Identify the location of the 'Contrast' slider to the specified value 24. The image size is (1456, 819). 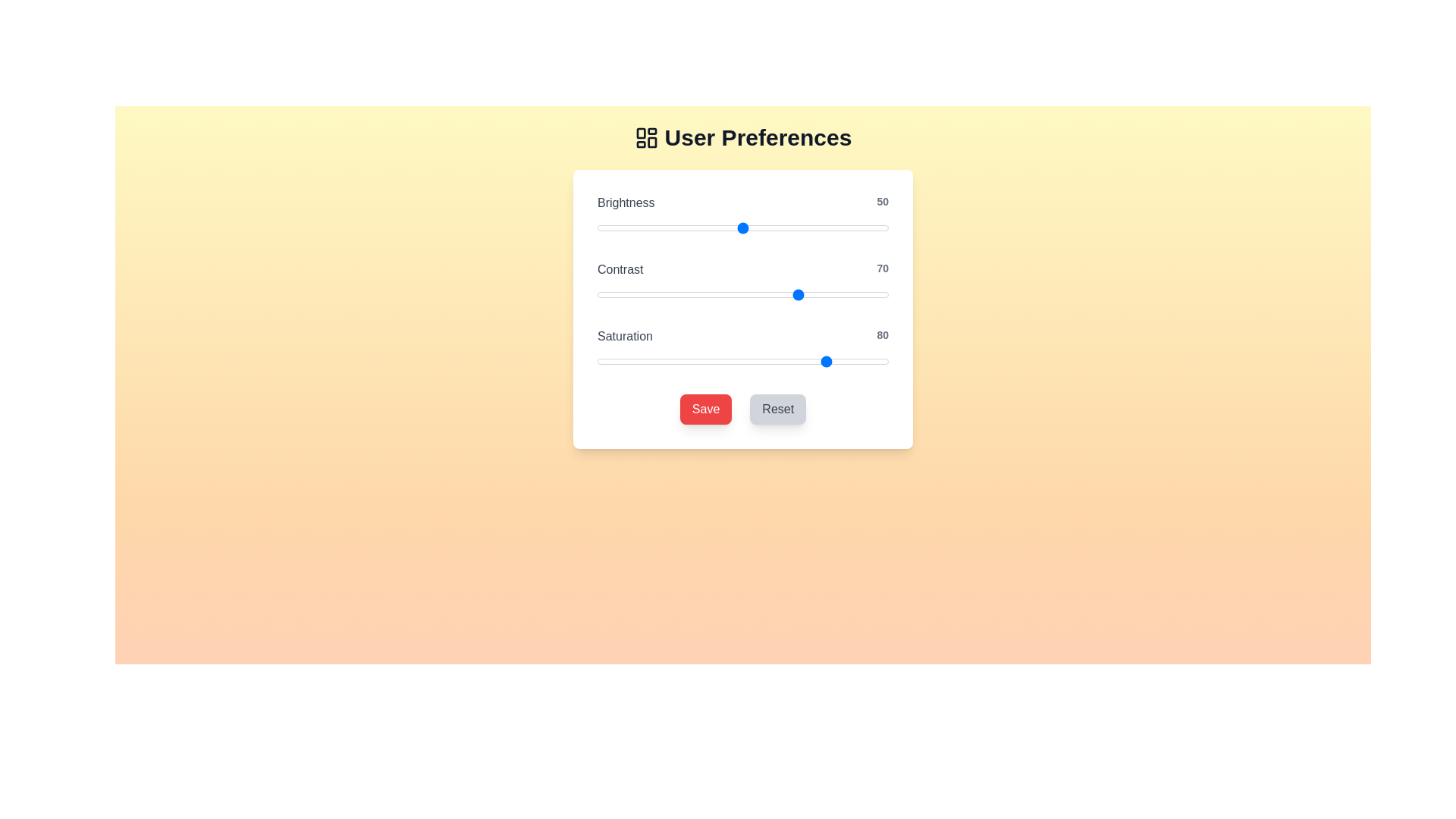
(667, 295).